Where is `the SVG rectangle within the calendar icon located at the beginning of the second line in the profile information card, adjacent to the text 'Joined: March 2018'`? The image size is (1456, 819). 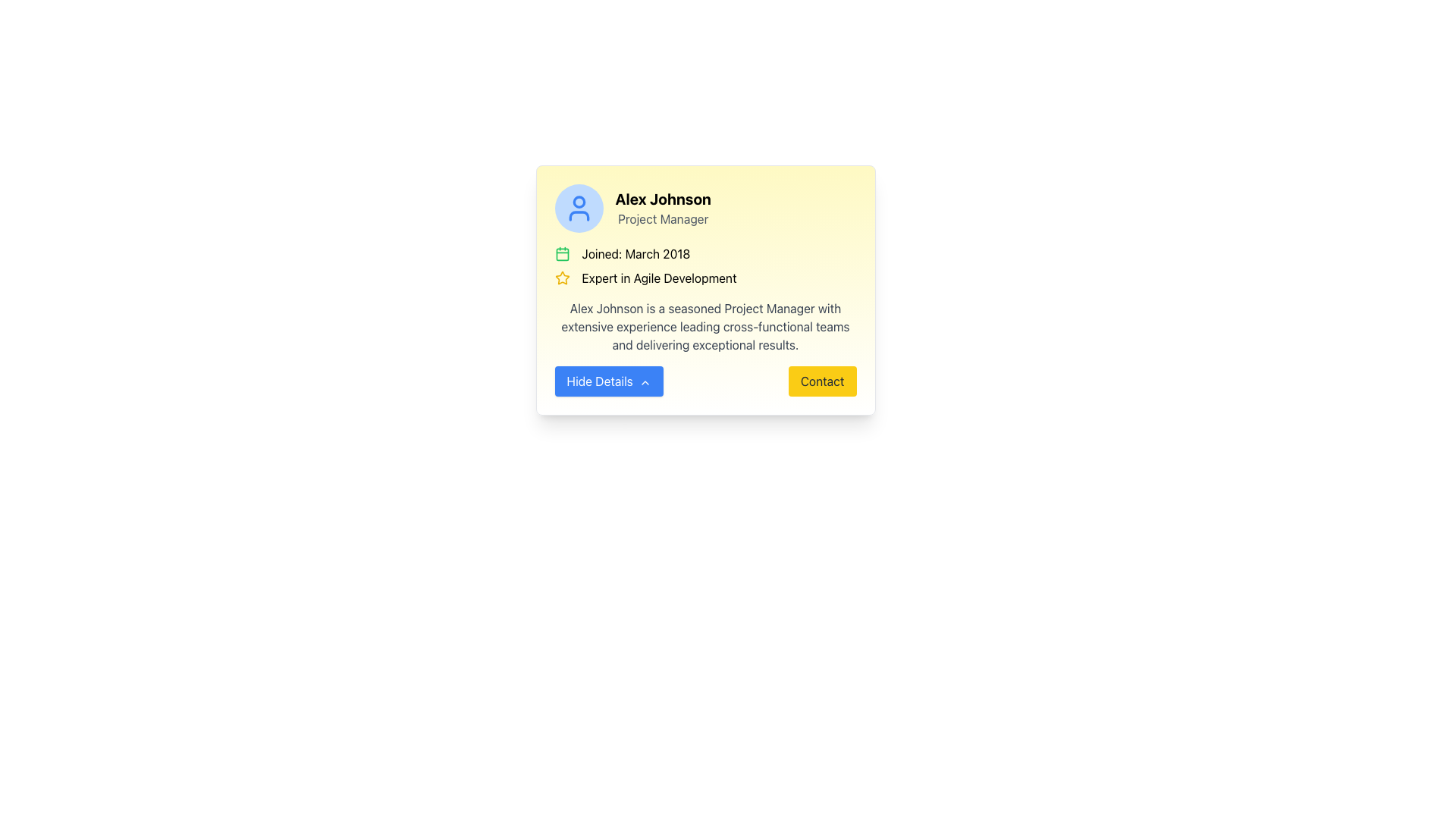 the SVG rectangle within the calendar icon located at the beginning of the second line in the profile information card, adjacent to the text 'Joined: March 2018' is located at coordinates (561, 253).